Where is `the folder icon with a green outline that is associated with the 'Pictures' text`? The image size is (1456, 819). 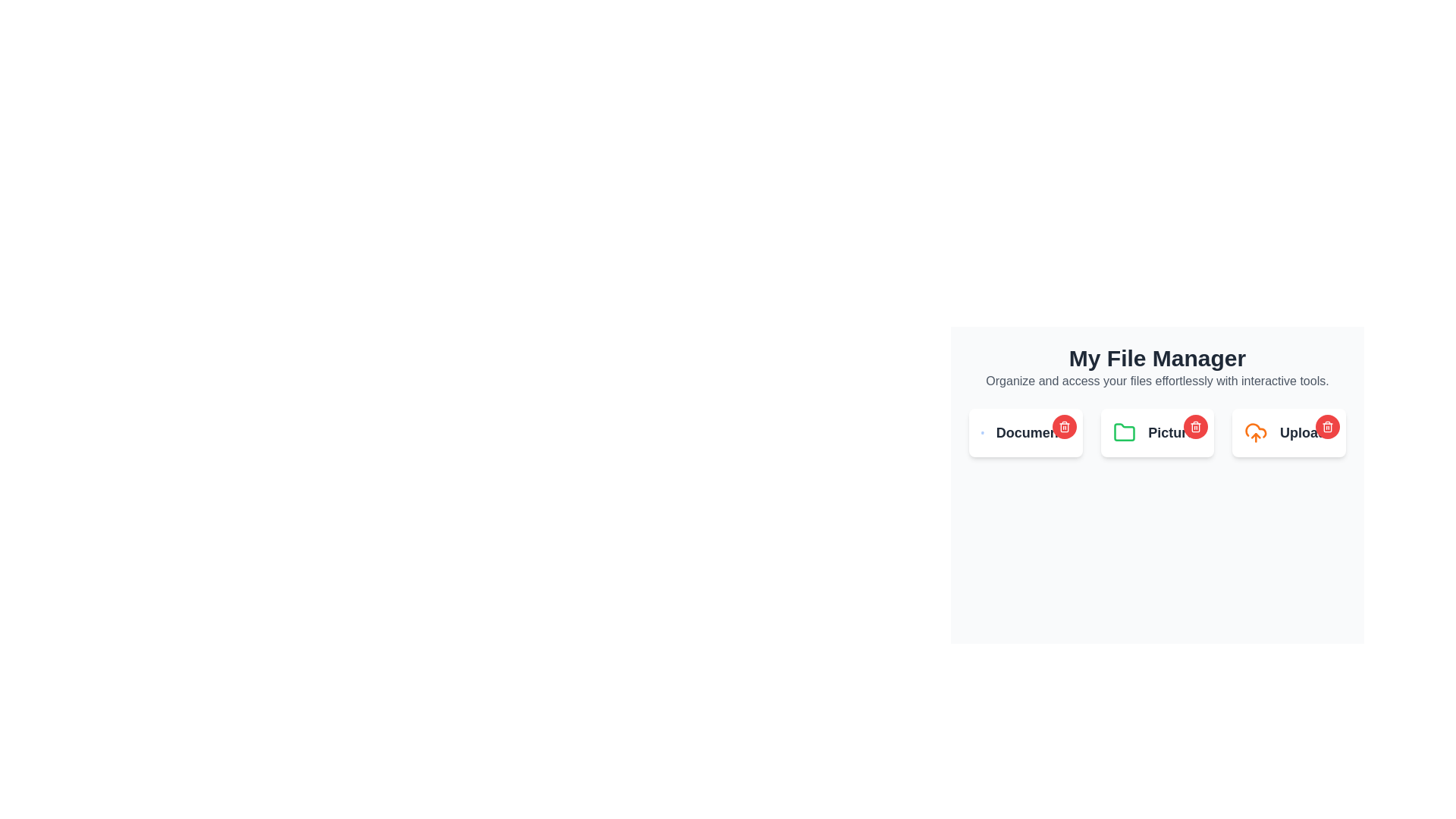
the folder icon with a green outline that is associated with the 'Pictures' text is located at coordinates (1125, 432).